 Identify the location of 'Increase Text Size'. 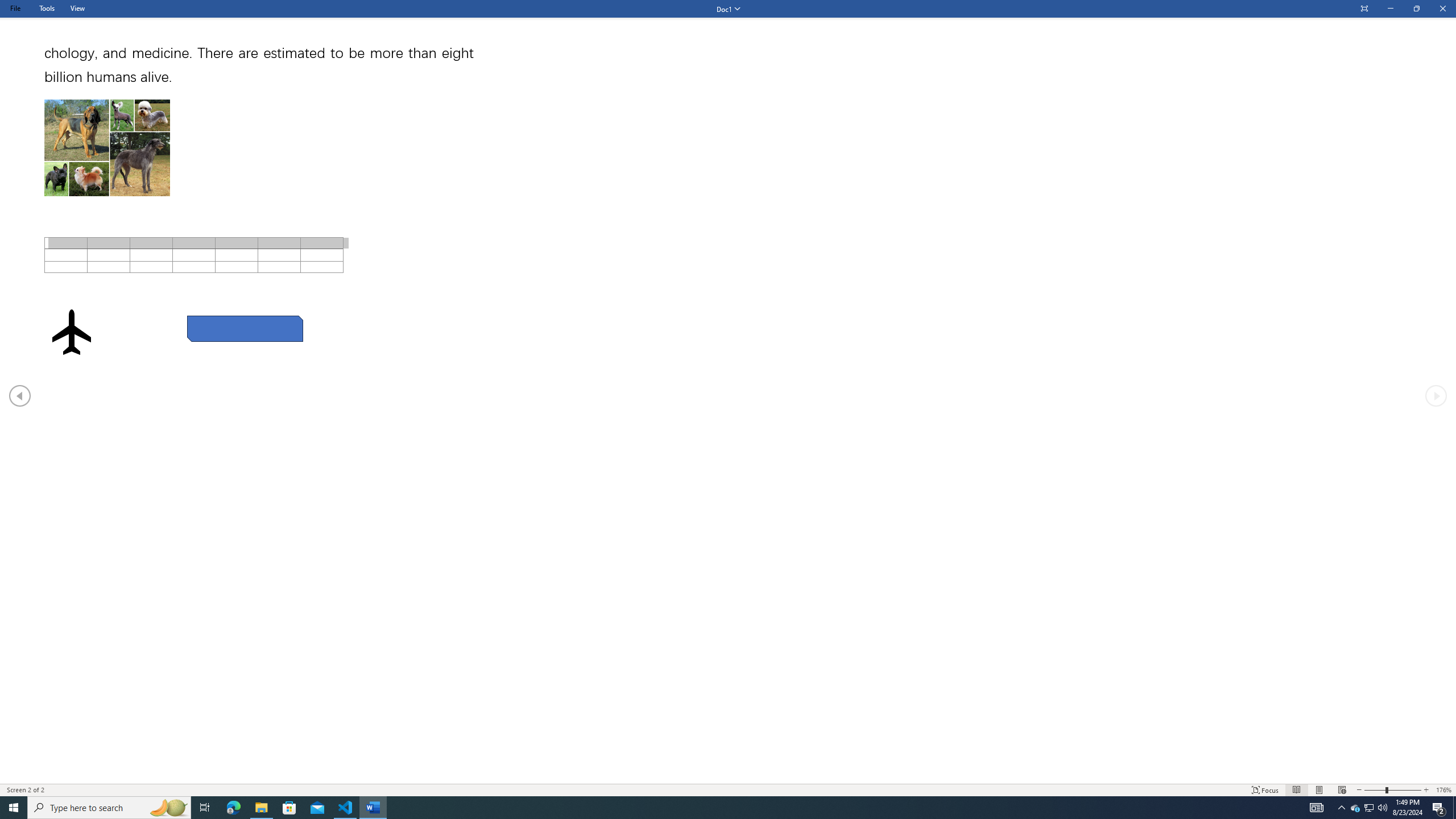
(1426, 790).